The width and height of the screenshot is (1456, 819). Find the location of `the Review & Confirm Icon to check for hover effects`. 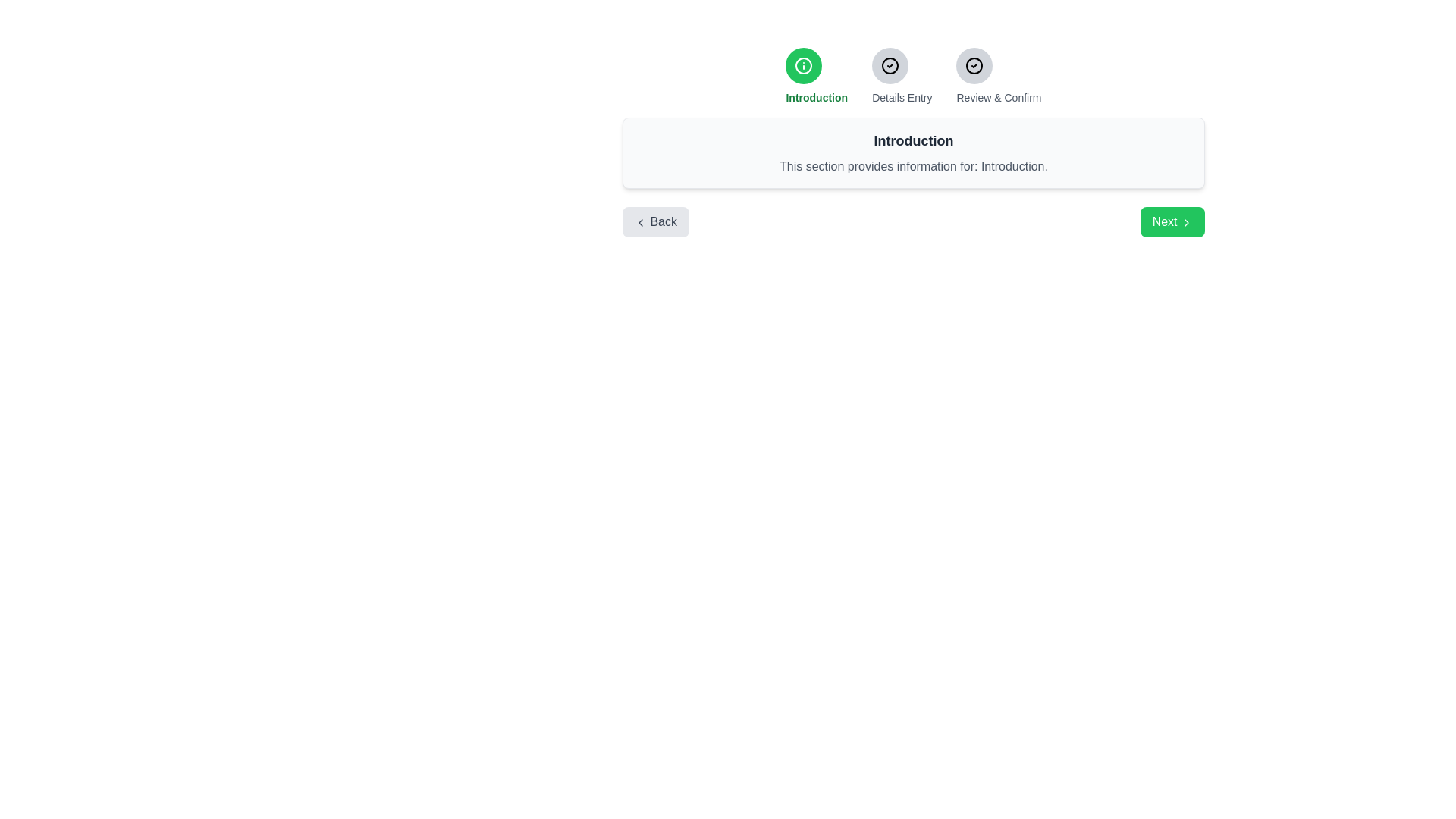

the Review & Confirm Icon to check for hover effects is located at coordinates (974, 65).